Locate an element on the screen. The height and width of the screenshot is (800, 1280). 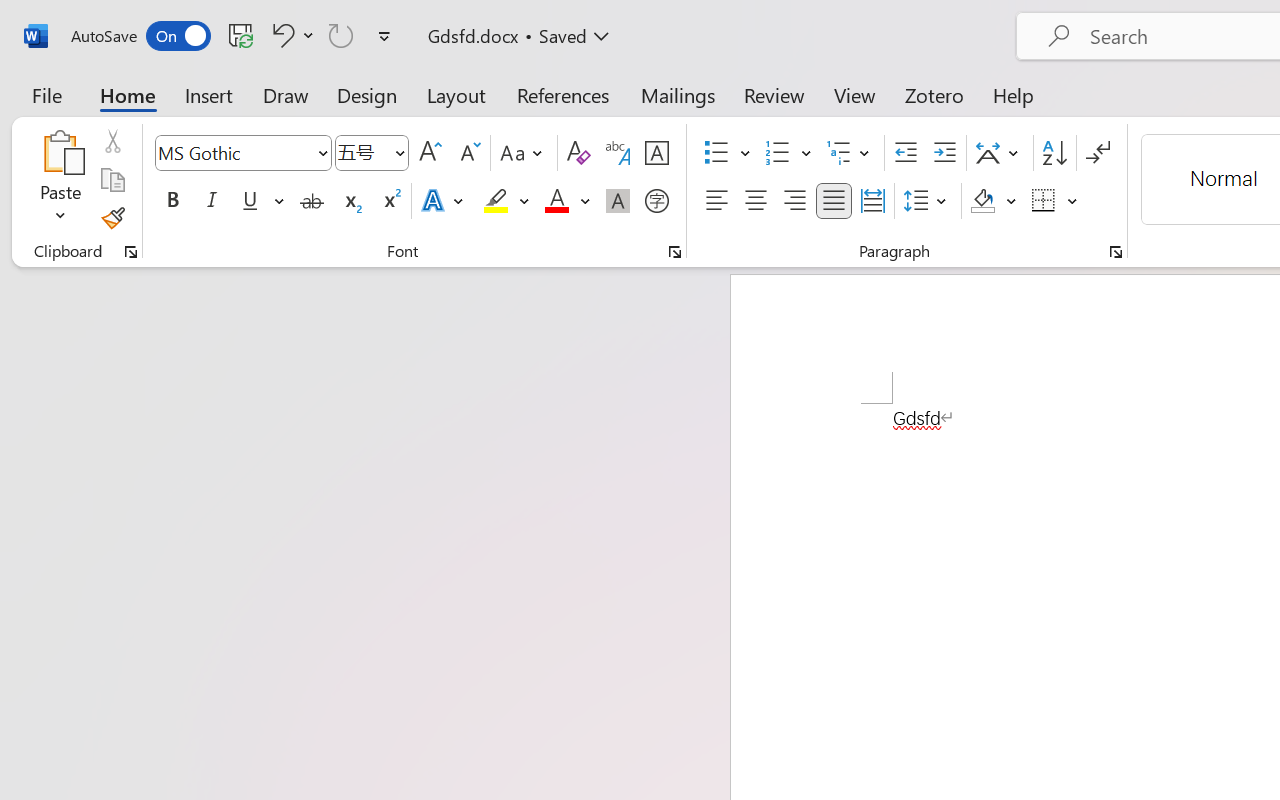
'Change Case' is located at coordinates (524, 153).